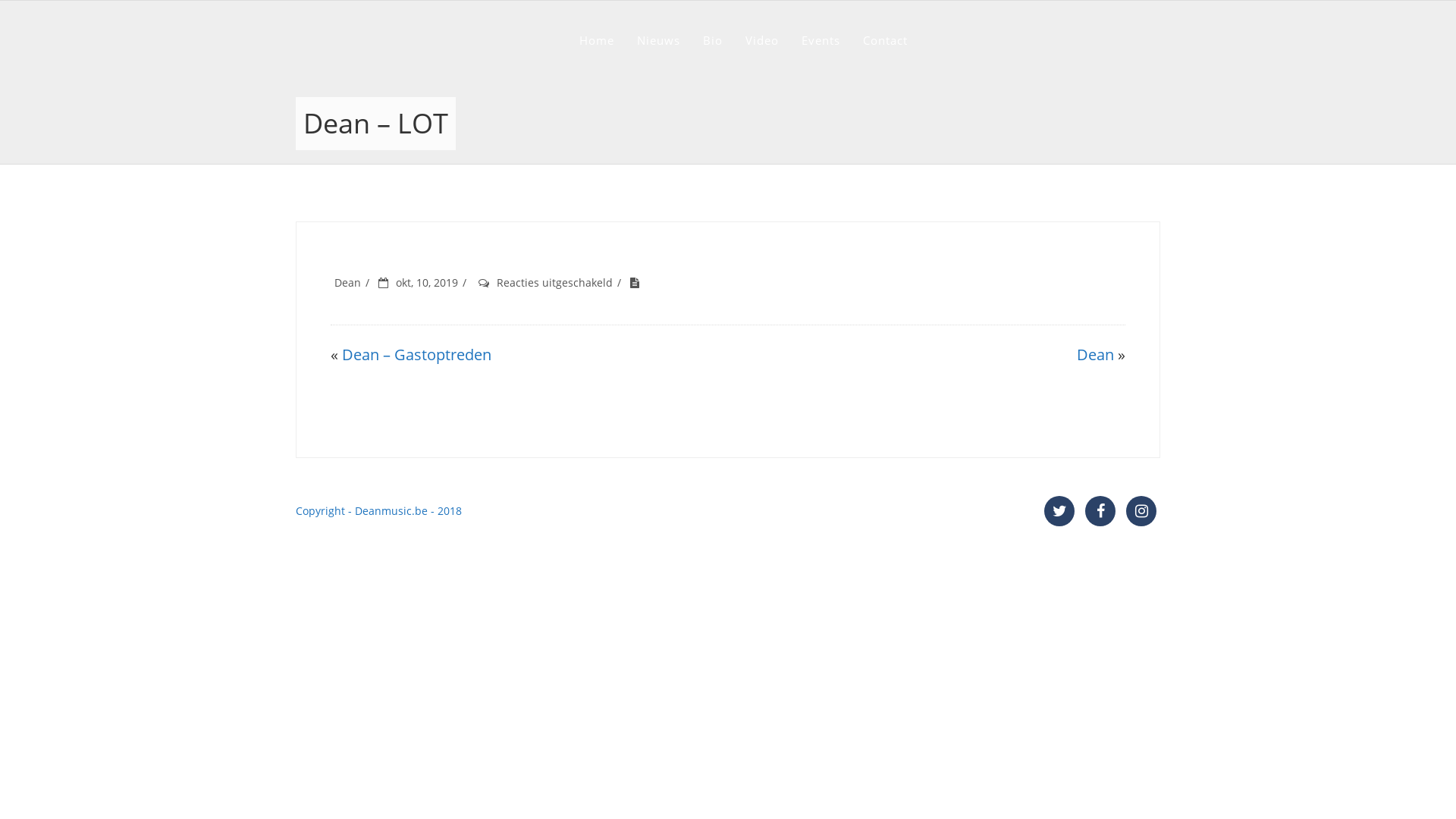 The height and width of the screenshot is (819, 1456). Describe the element at coordinates (1084, 511) in the screenshot. I see `'Facebook'` at that location.